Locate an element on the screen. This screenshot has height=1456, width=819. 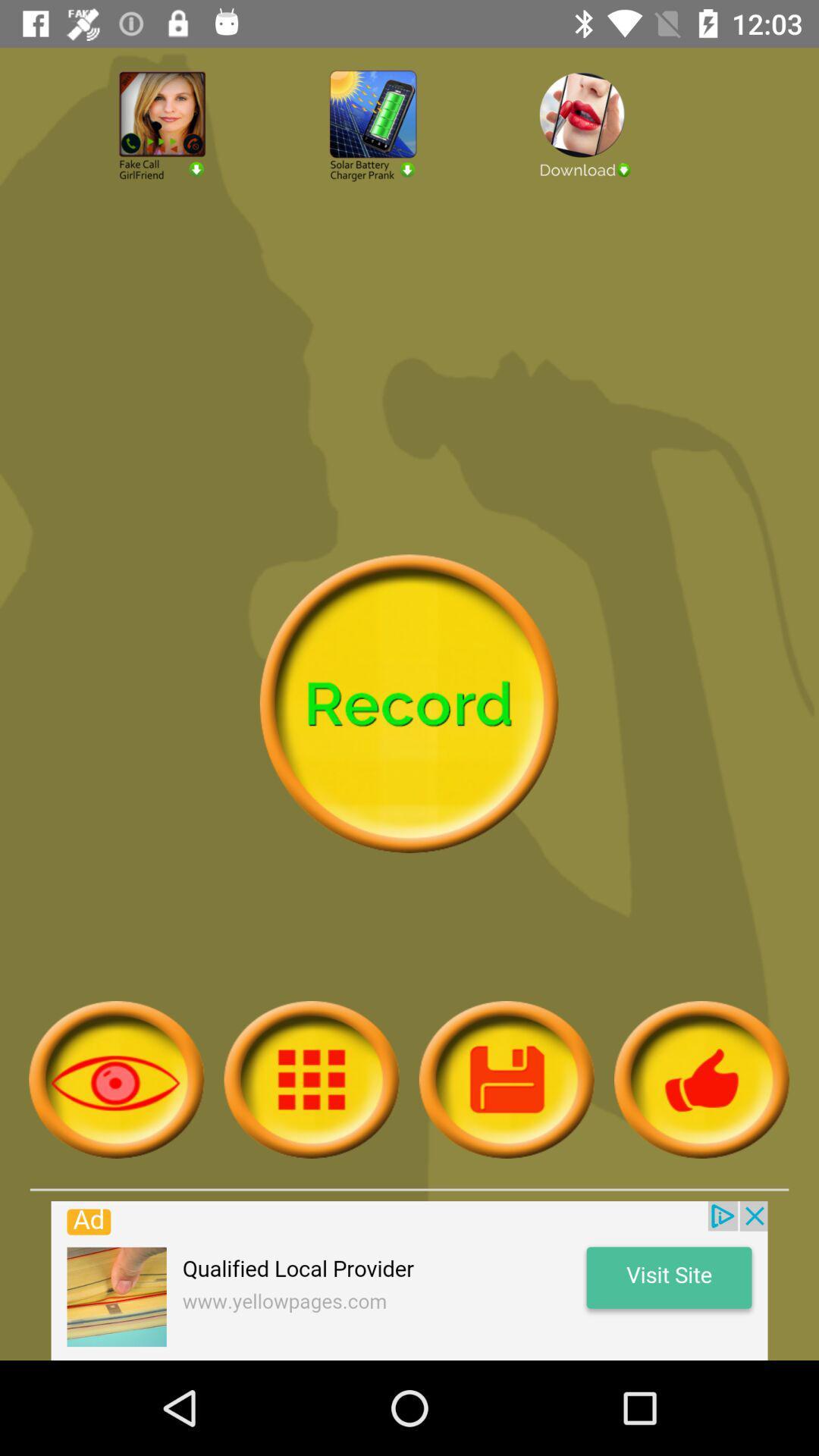
search command is located at coordinates (115, 1078).